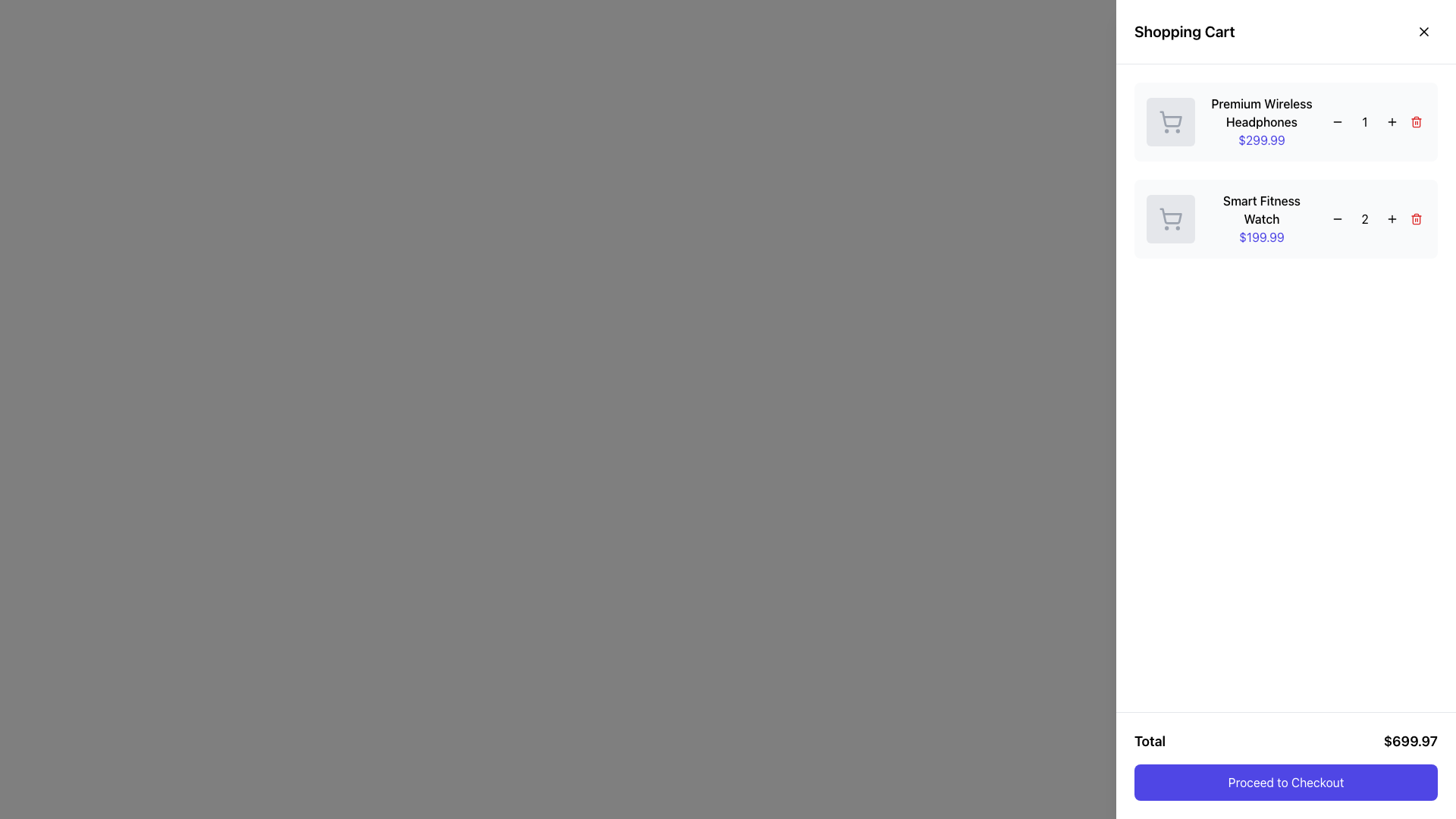 This screenshot has width=1456, height=819. What do you see at coordinates (1170, 121) in the screenshot?
I see `the icon representing the cart functionality located to the left of the 'Premium Wireless Headphones' list item` at bounding box center [1170, 121].